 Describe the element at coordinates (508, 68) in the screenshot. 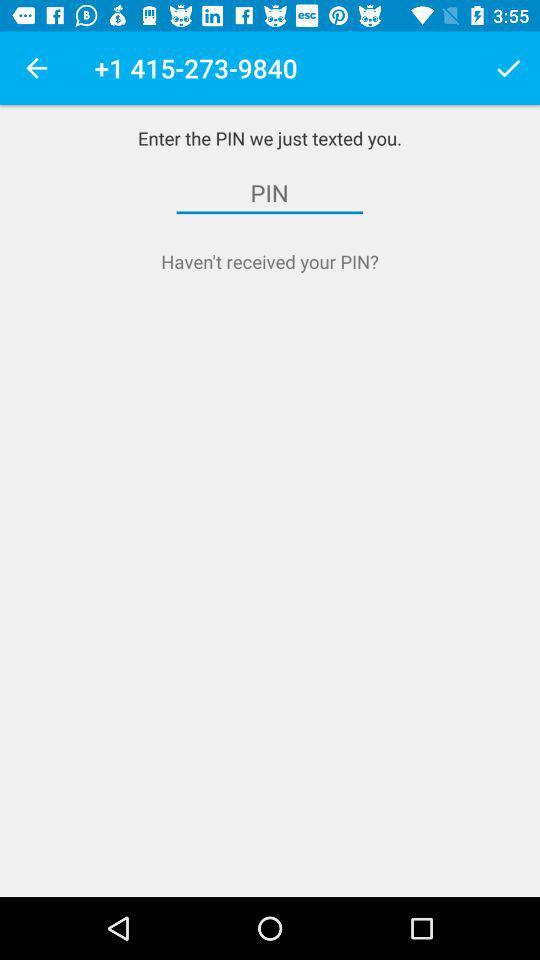

I see `the app next to 1 415 273` at that location.